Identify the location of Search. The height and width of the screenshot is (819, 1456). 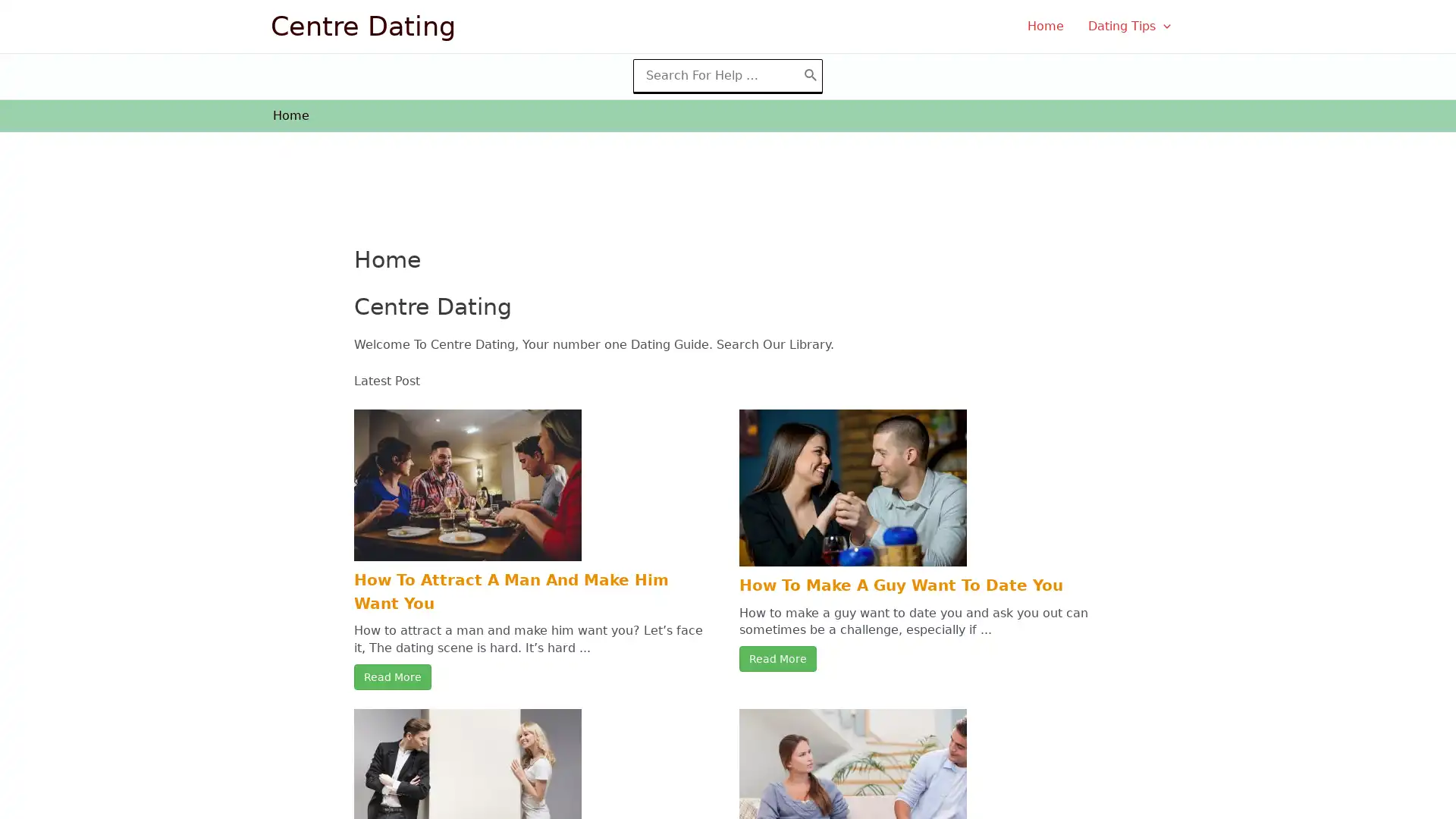
(810, 75).